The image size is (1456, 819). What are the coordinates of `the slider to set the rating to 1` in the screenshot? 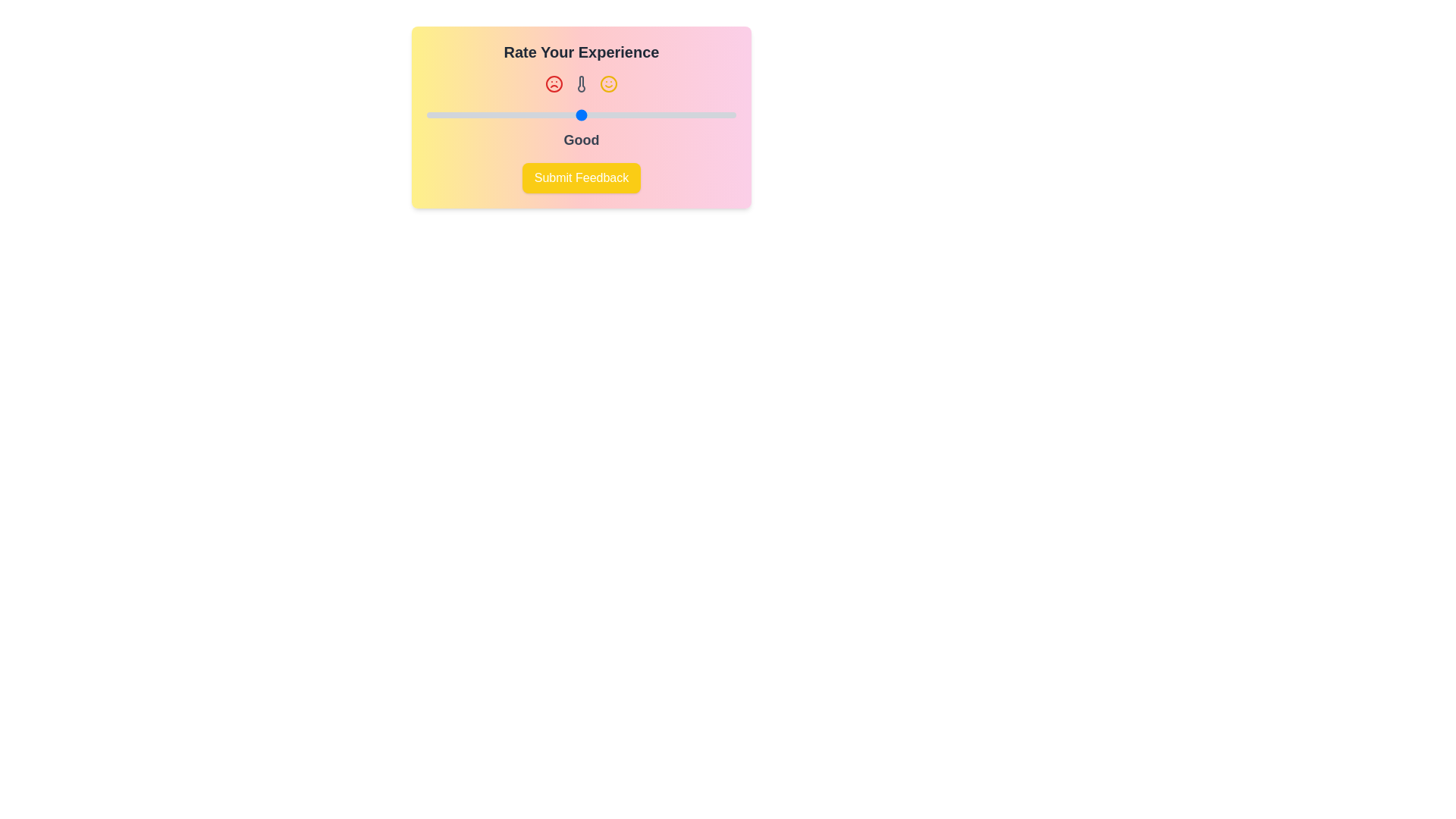 It's located at (425, 114).